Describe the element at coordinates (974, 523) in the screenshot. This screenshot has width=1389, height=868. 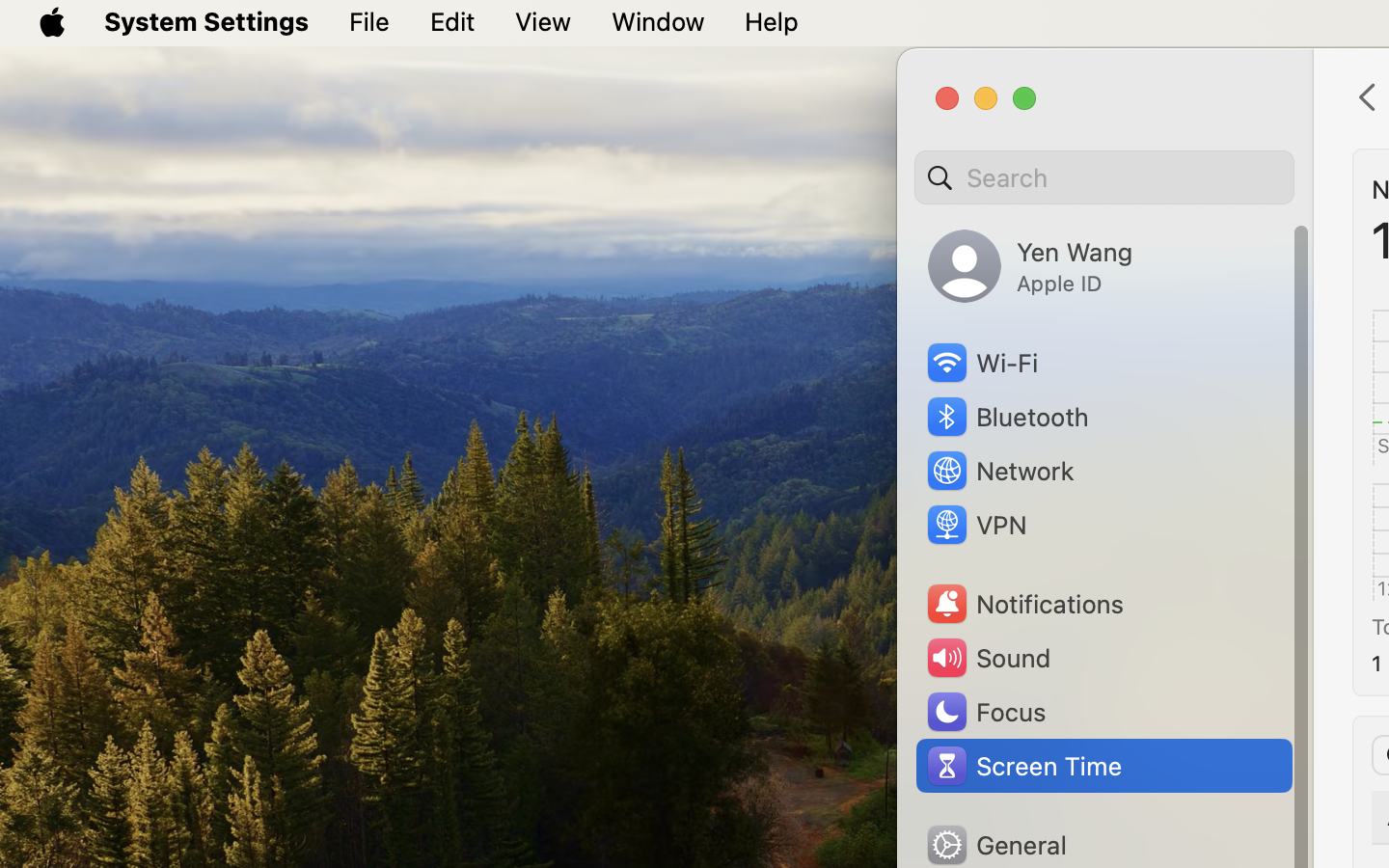
I see `'VPN'` at that location.